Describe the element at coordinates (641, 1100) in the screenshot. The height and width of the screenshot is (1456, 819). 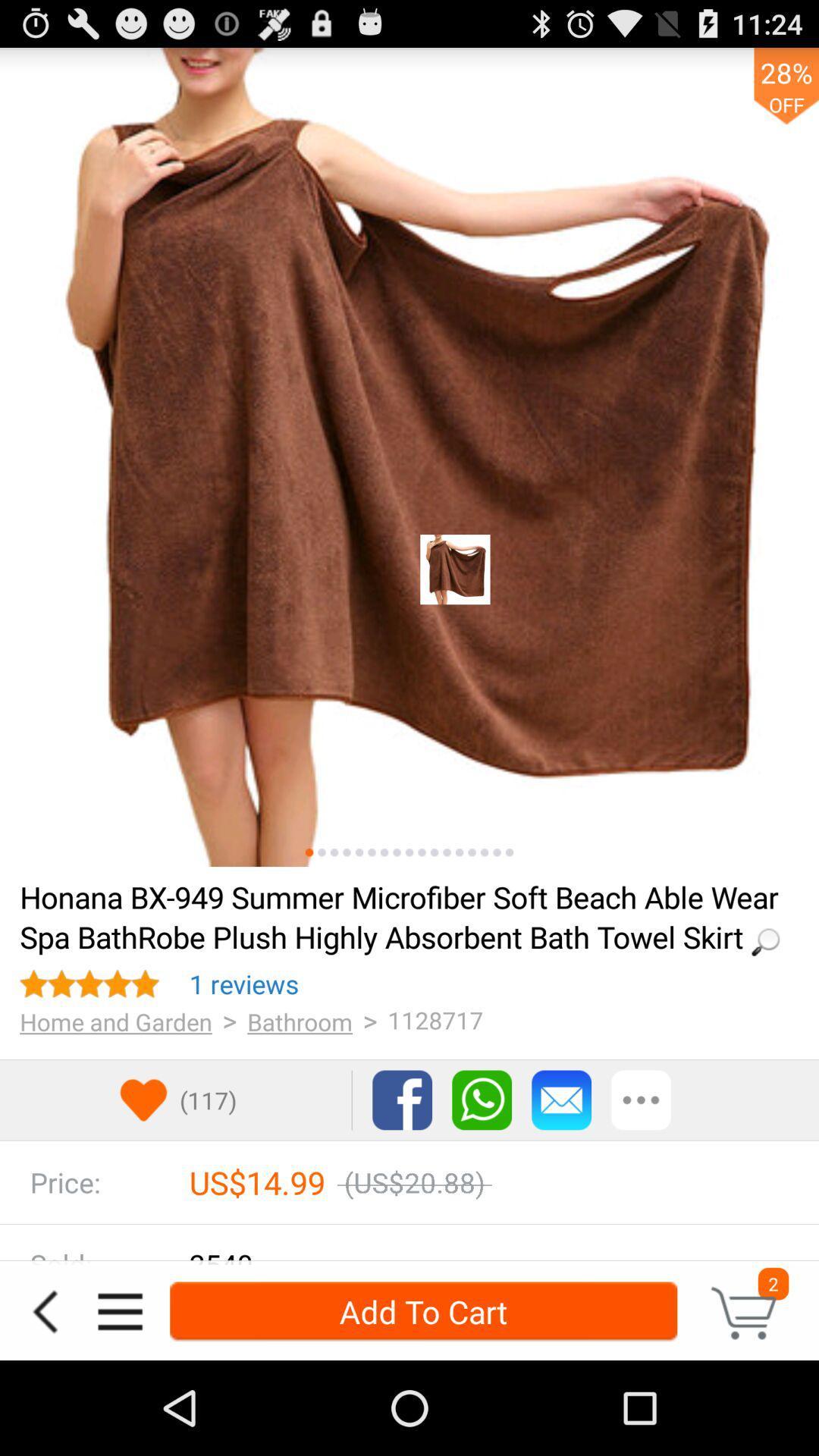
I see `other options for communication or sharing` at that location.